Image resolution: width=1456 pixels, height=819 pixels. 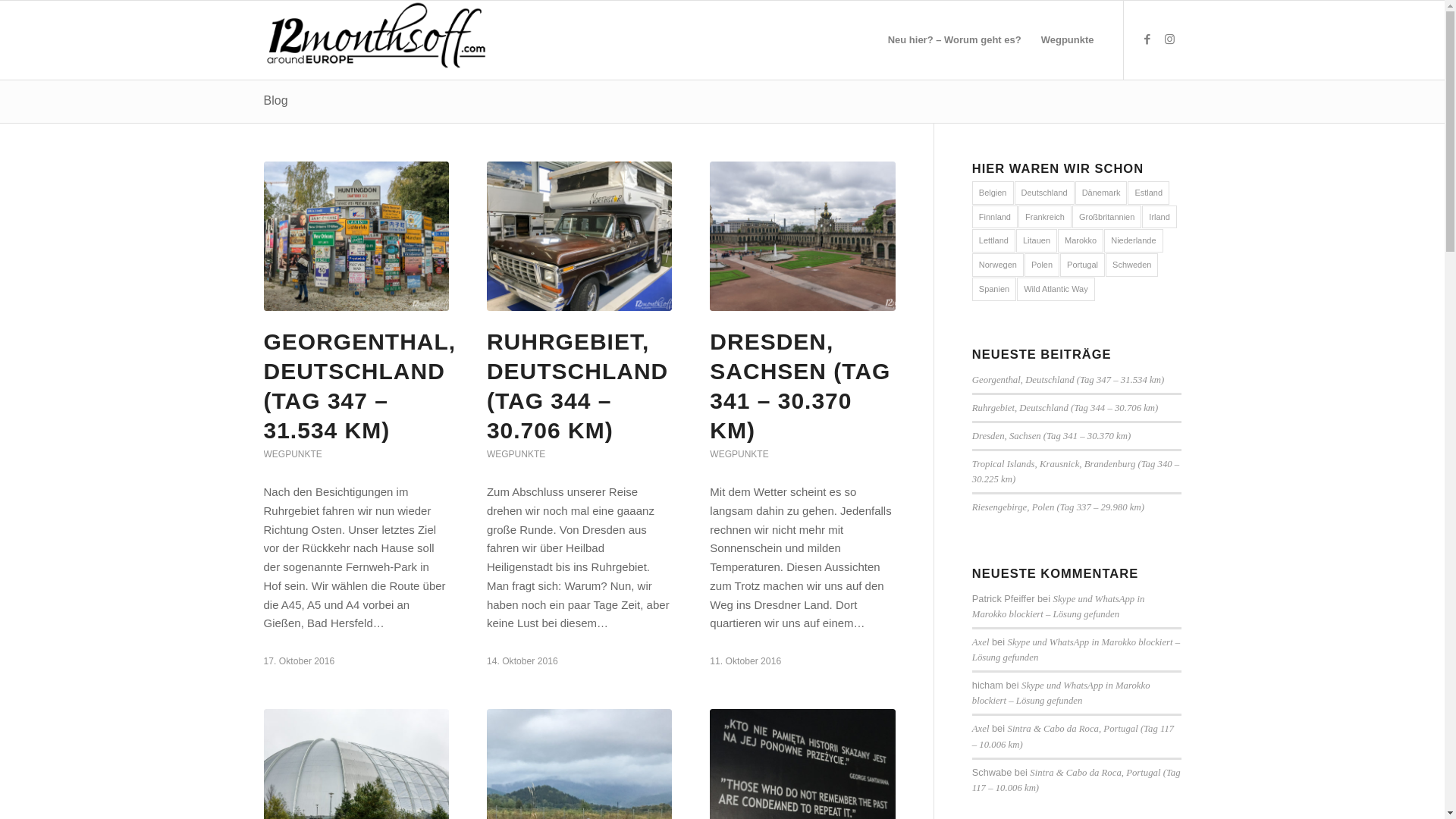 What do you see at coordinates (1131, 264) in the screenshot?
I see `'Schweden'` at bounding box center [1131, 264].